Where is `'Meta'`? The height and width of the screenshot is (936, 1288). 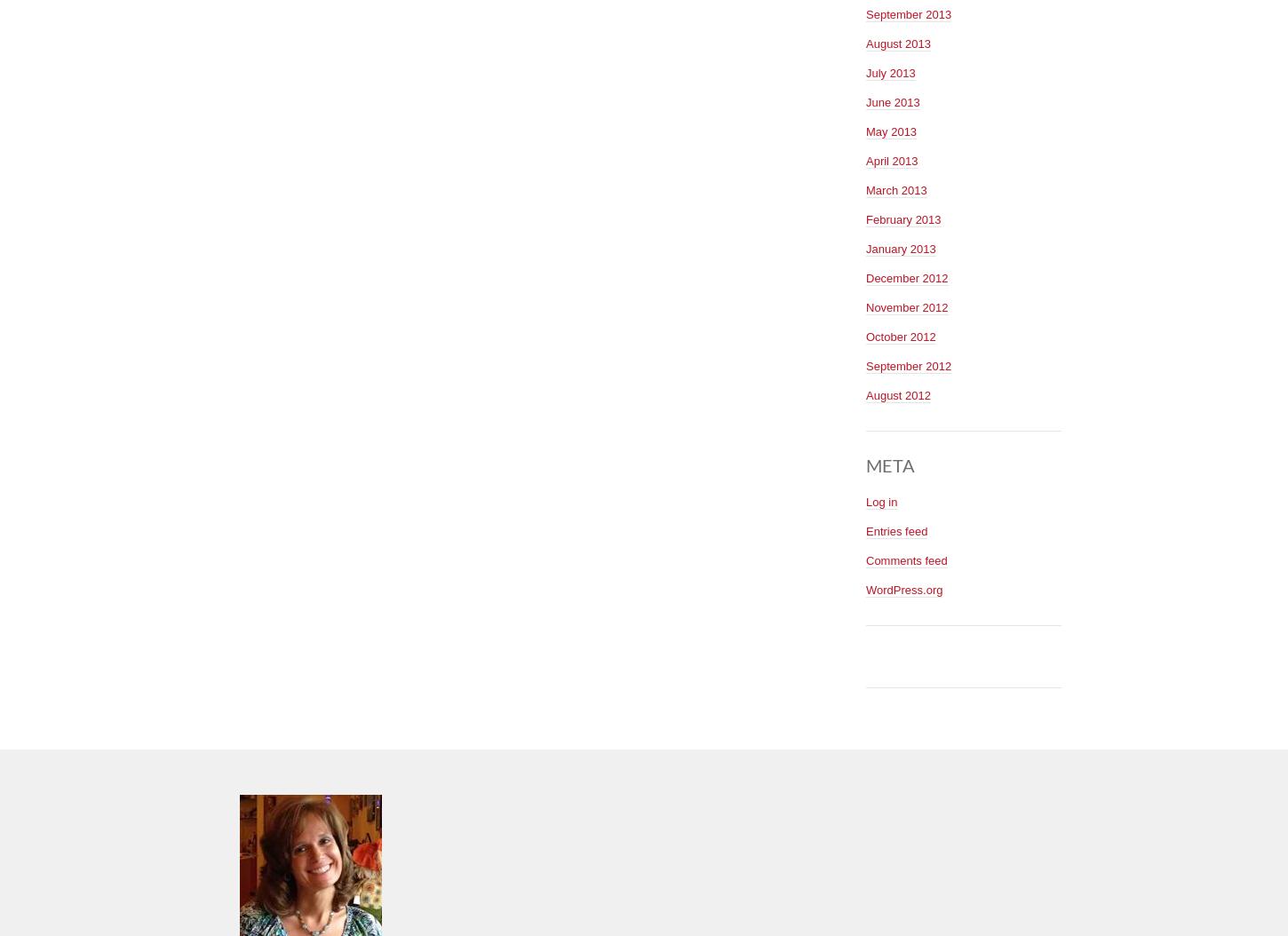
'Meta' is located at coordinates (890, 463).